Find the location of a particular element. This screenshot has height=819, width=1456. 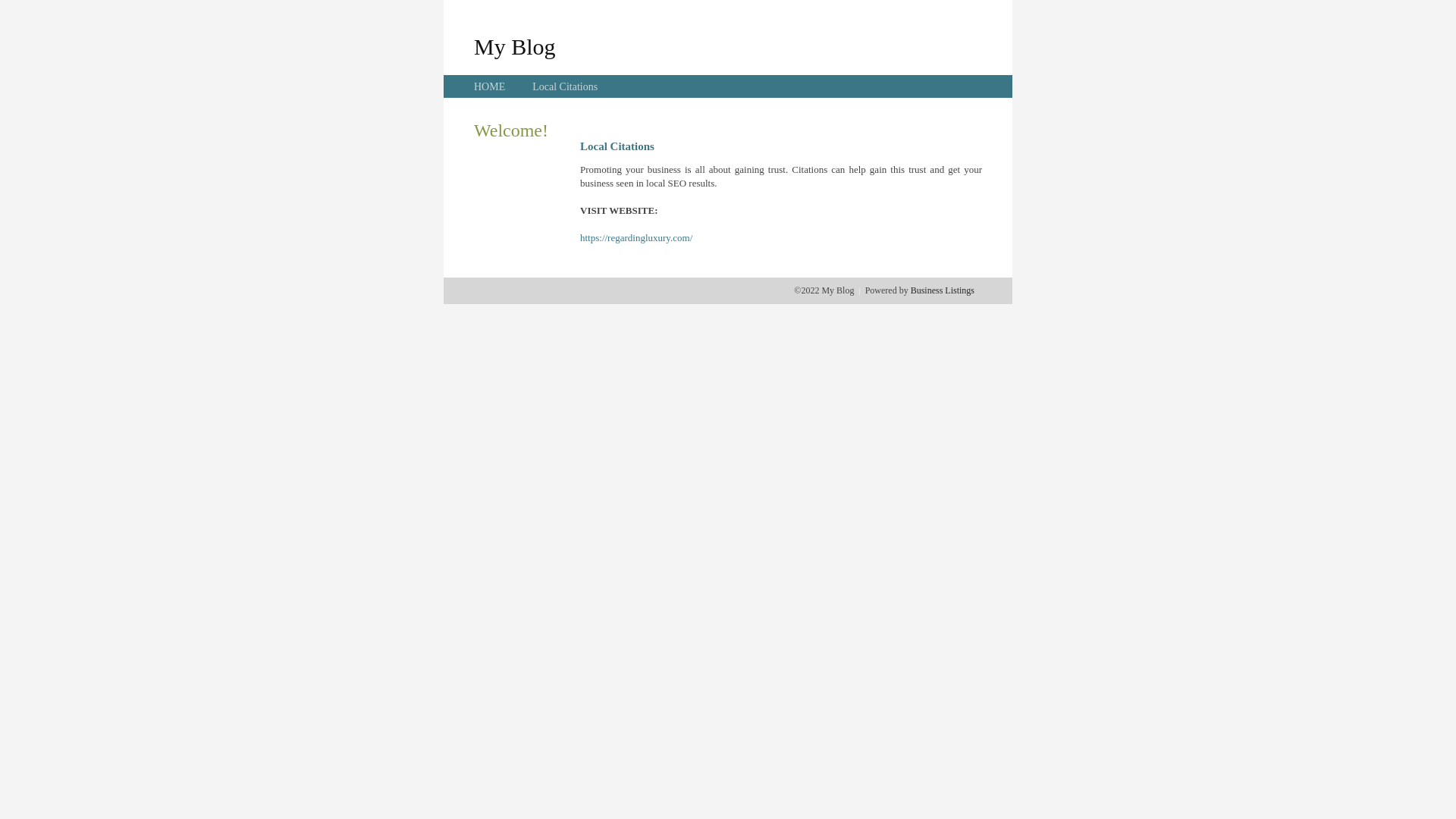

'HOME' is located at coordinates (472, 86).